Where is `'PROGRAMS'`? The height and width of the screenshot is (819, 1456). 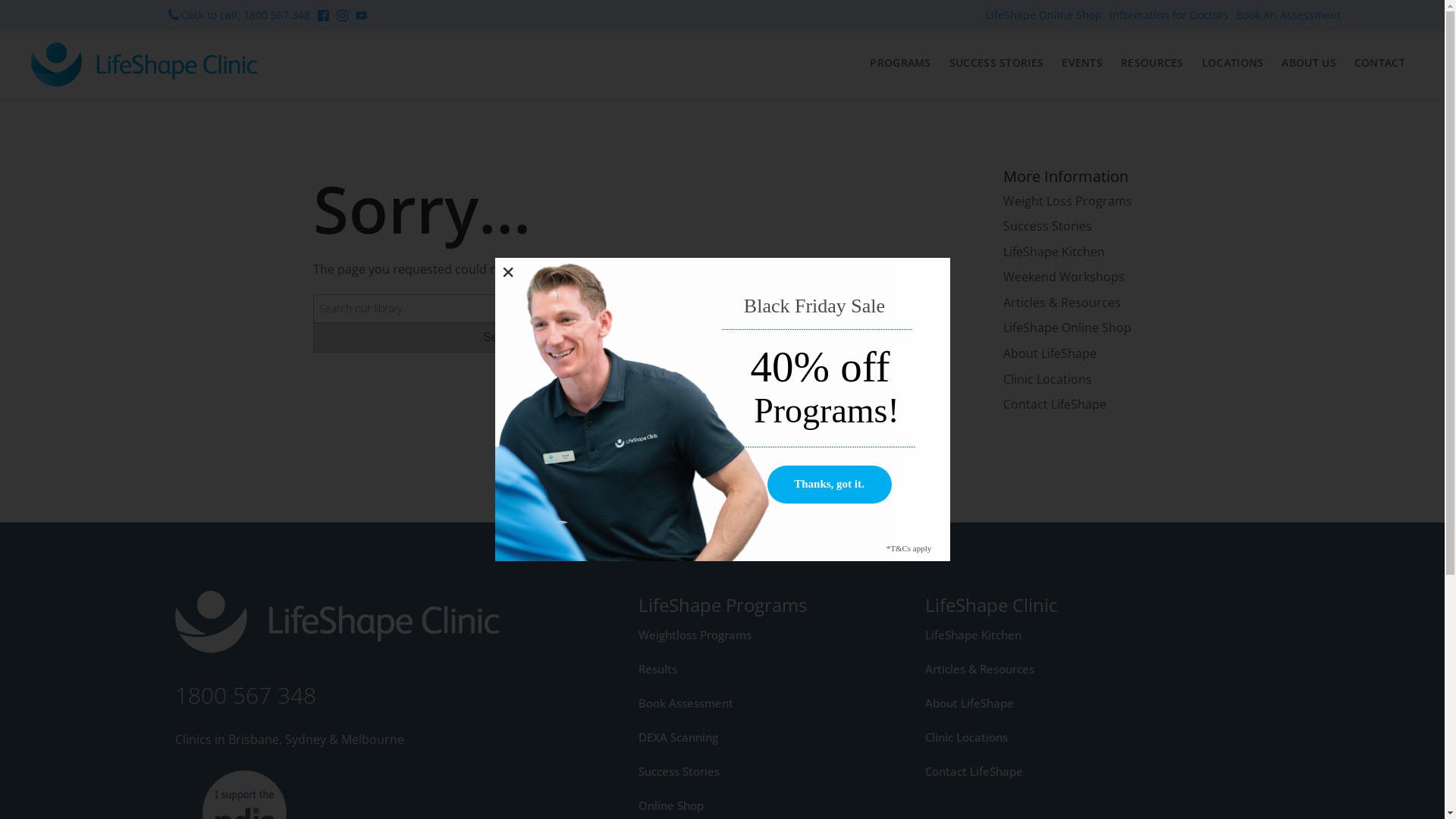
'PROGRAMS' is located at coordinates (899, 62).